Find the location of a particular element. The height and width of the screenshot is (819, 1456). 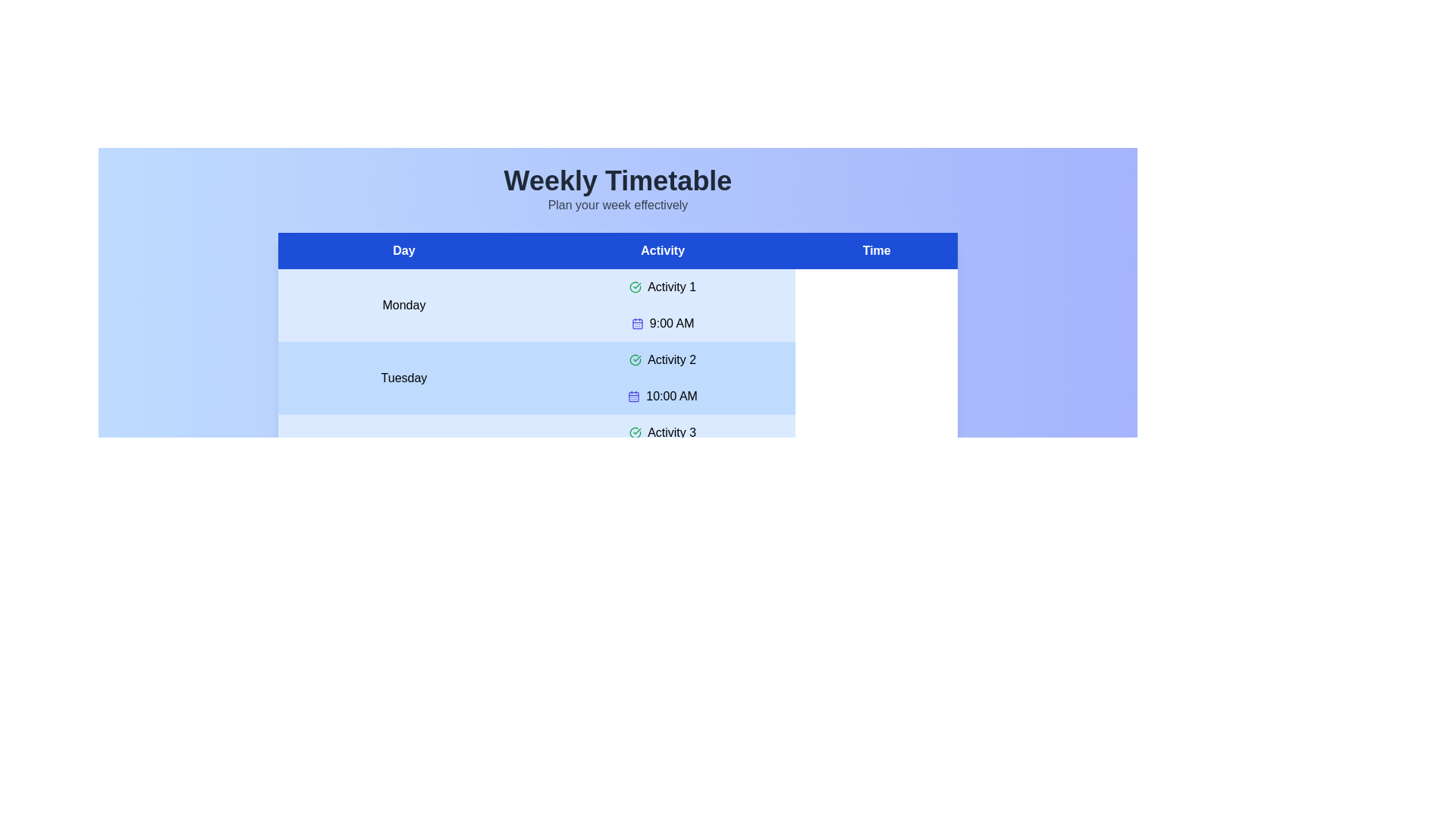

the row for Tuesday to highlight it is located at coordinates (618, 377).